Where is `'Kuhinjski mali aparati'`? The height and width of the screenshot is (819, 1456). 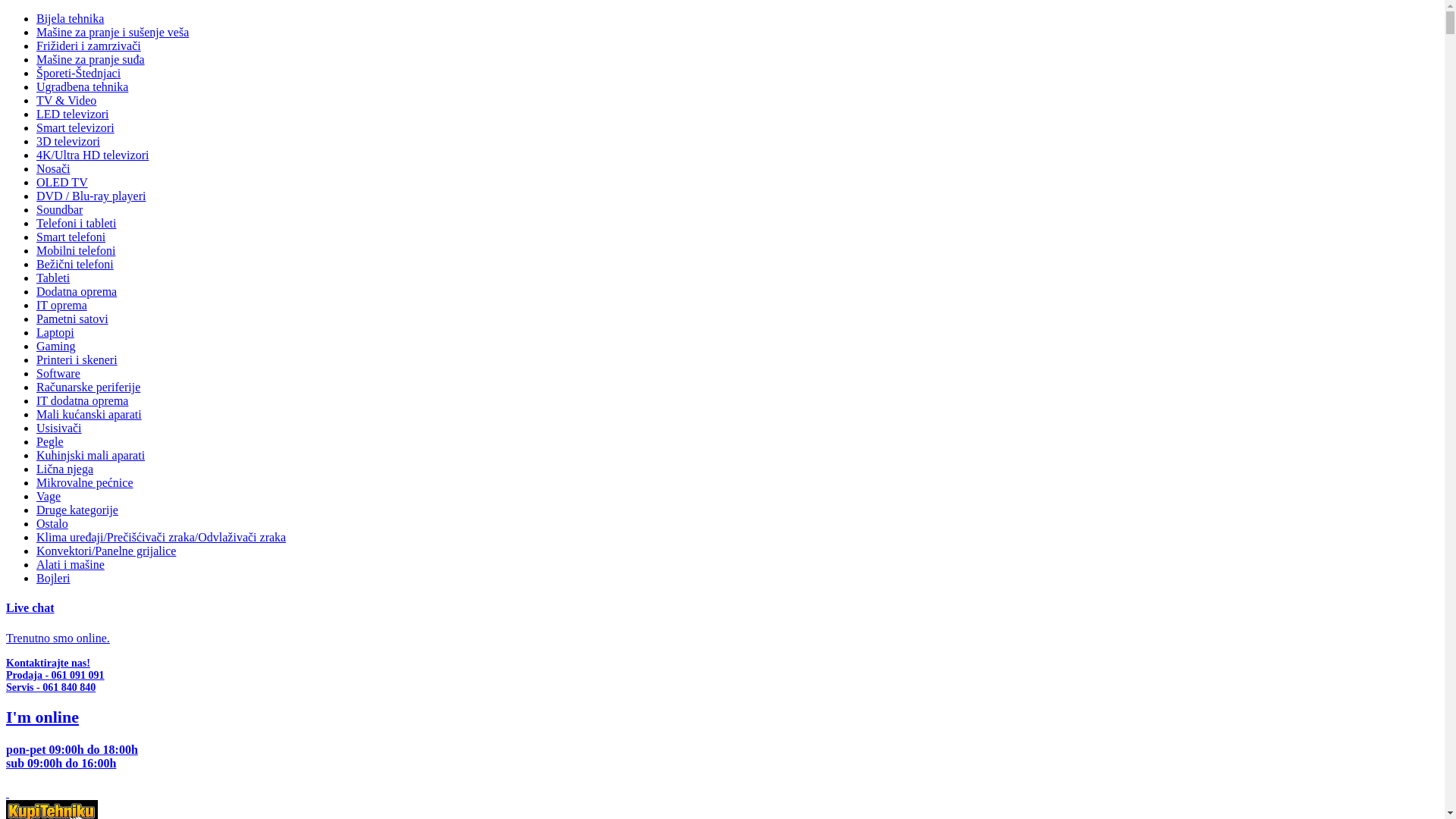 'Kuhinjski mali aparati' is located at coordinates (89, 454).